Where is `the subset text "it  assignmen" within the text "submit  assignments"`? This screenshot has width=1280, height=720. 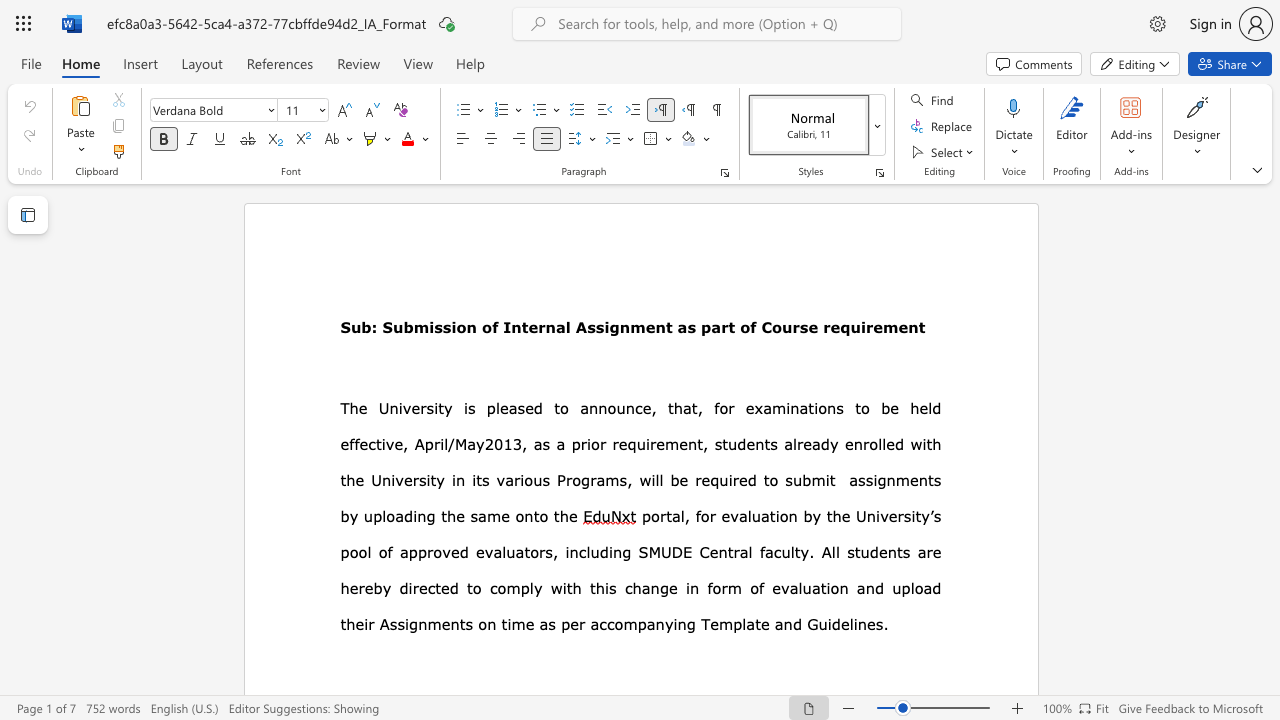
the subset text "it  assignmen" within the text "submit  assignments" is located at coordinates (825, 480).